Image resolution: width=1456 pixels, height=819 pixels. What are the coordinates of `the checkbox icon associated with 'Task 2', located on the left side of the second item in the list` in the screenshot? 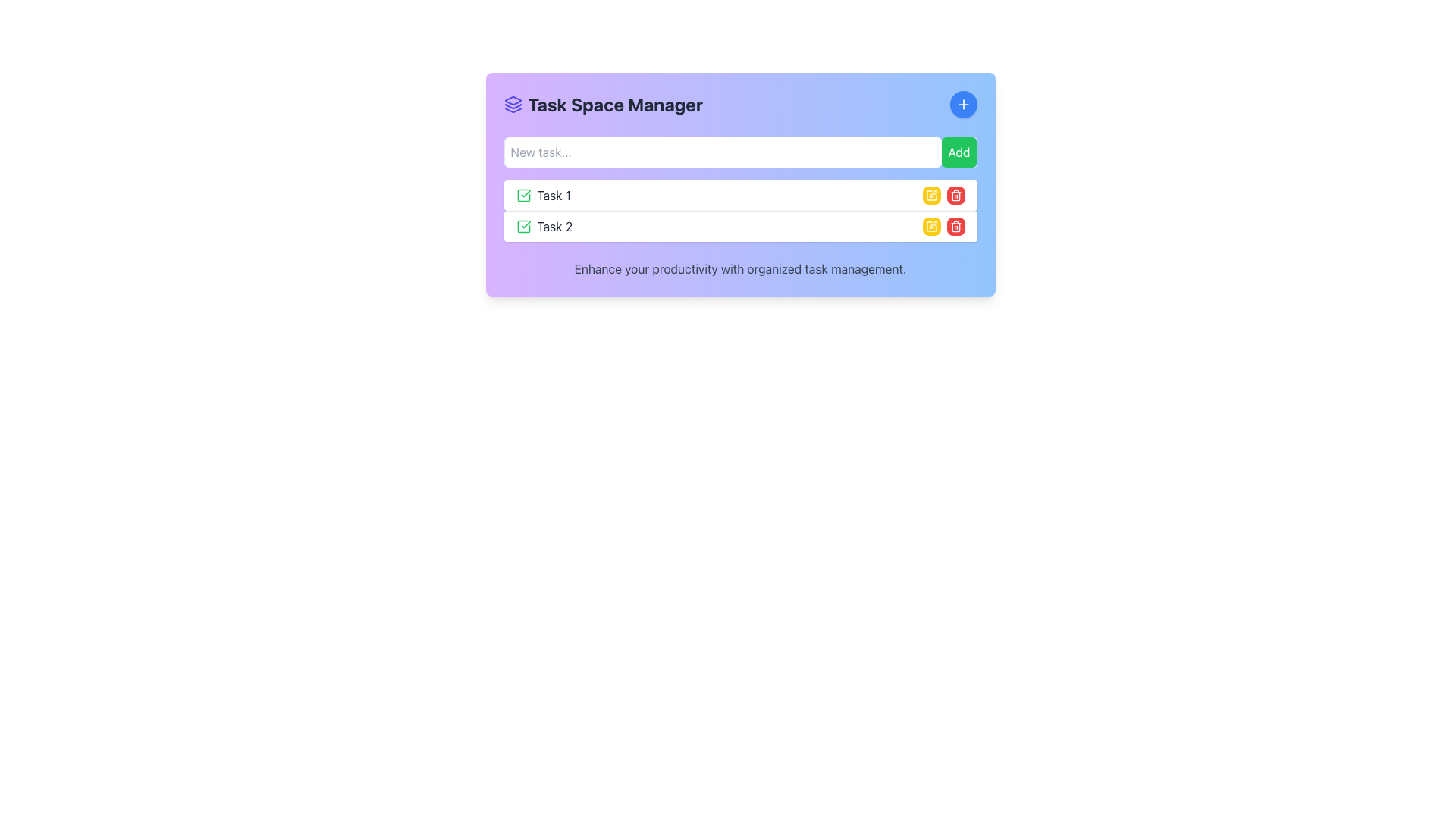 It's located at (523, 227).